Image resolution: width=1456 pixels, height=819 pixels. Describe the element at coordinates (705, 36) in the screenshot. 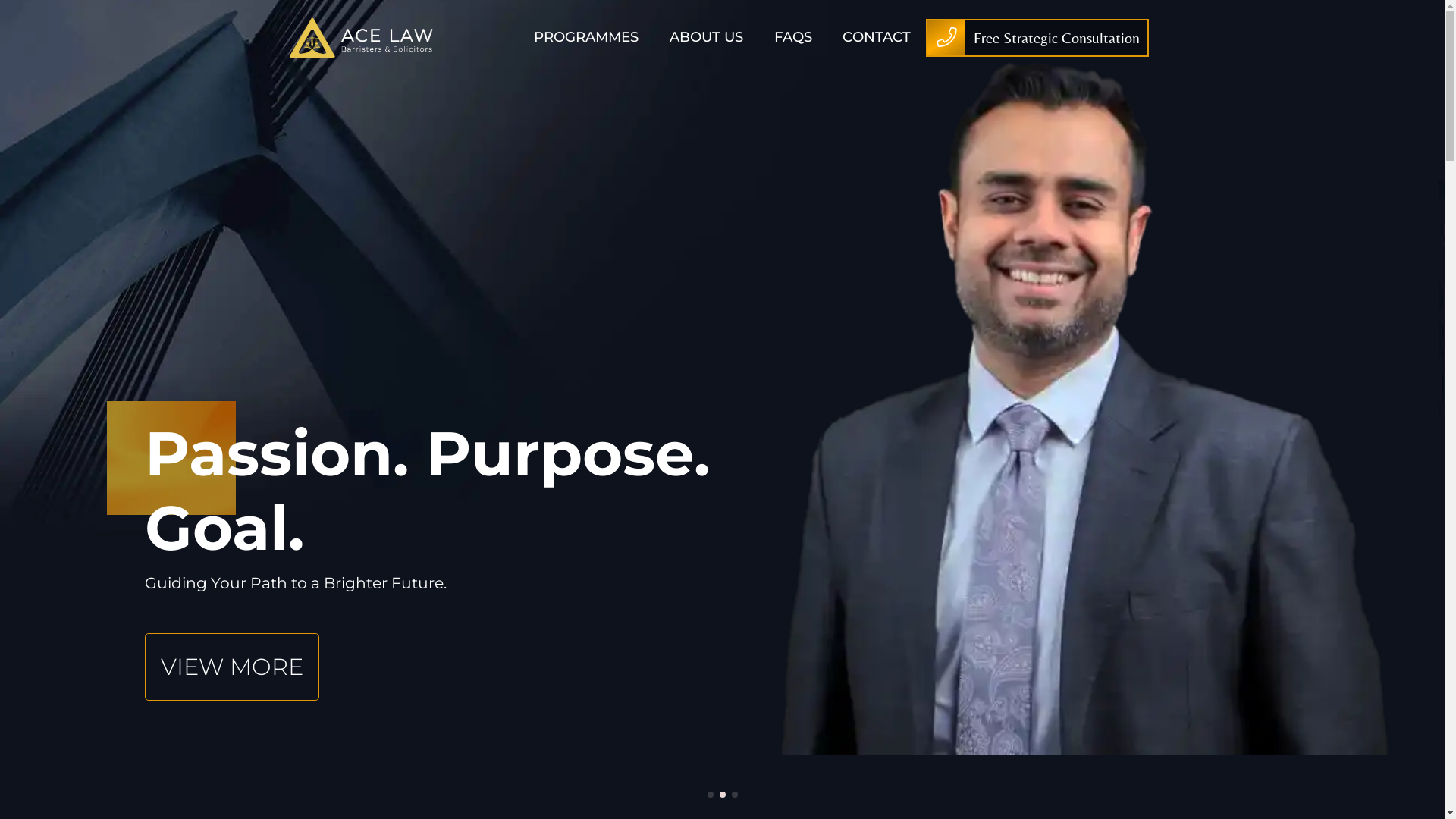

I see `'ABOUT US'` at that location.